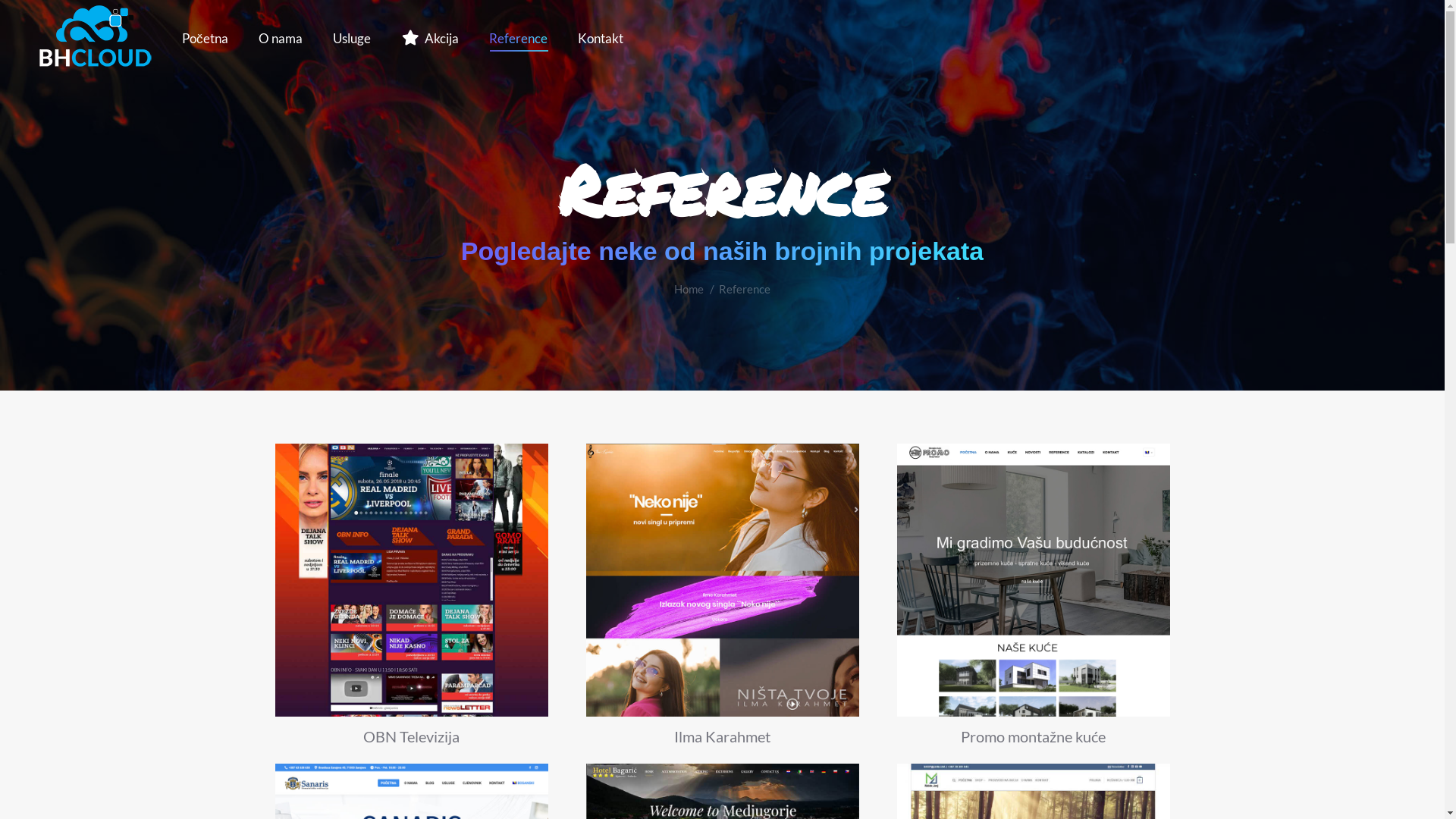 This screenshot has width=1456, height=819. Describe the element at coordinates (517, 37) in the screenshot. I see `'Reference'` at that location.